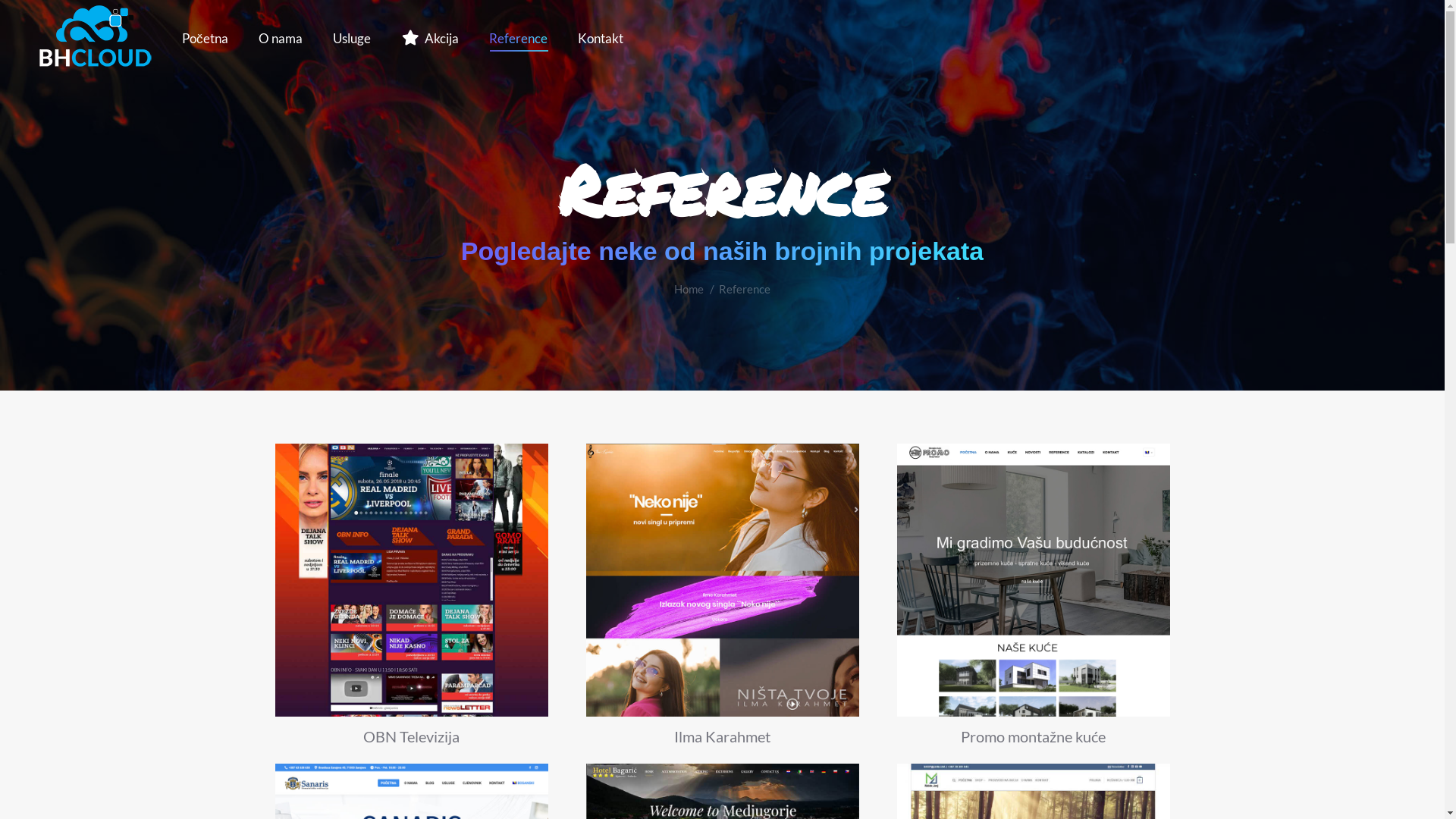 This screenshot has width=1456, height=819. Describe the element at coordinates (517, 37) in the screenshot. I see `'Reference'` at that location.